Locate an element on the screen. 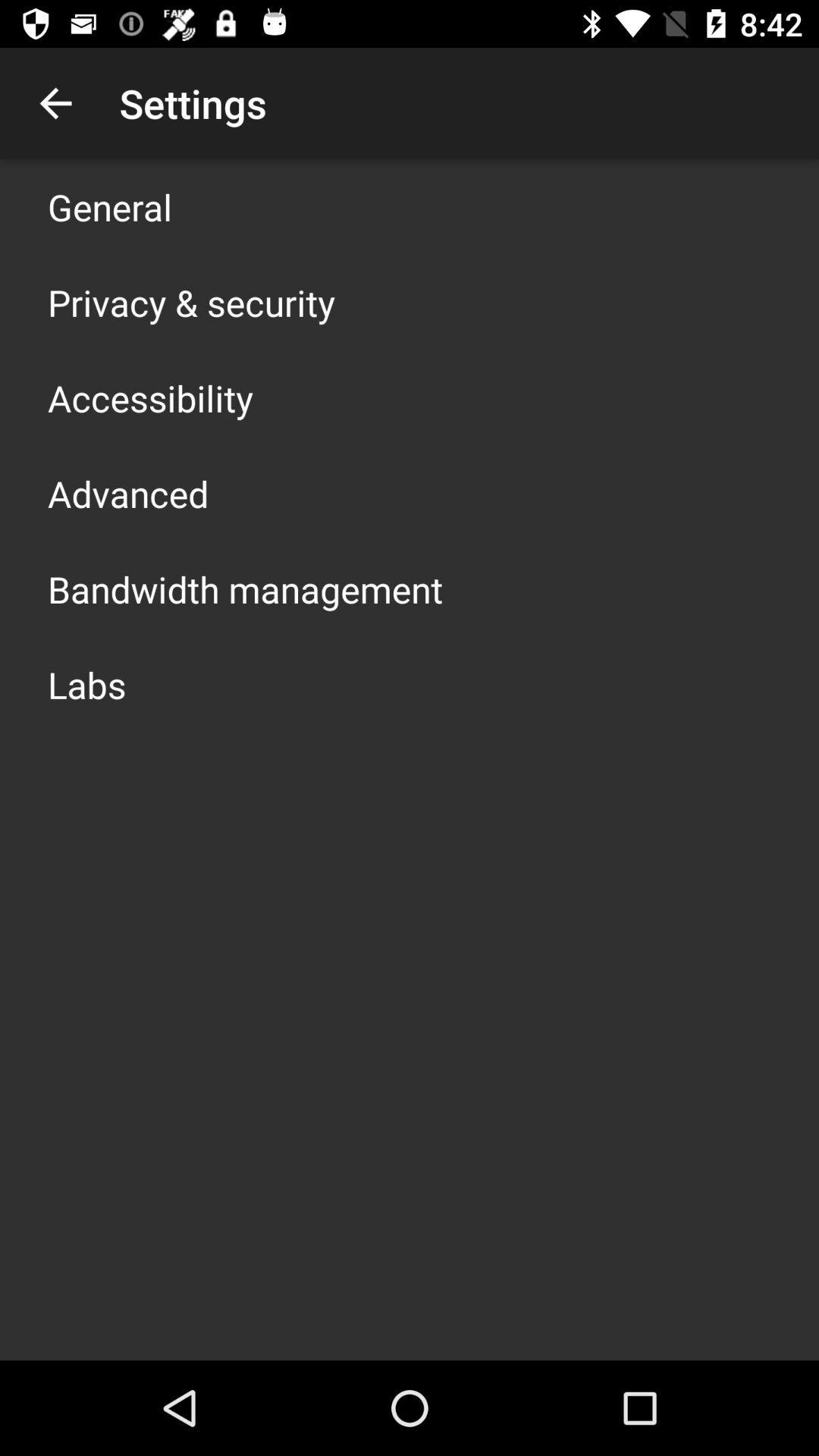 This screenshot has width=819, height=1456. icon below the accessibility icon is located at coordinates (127, 494).